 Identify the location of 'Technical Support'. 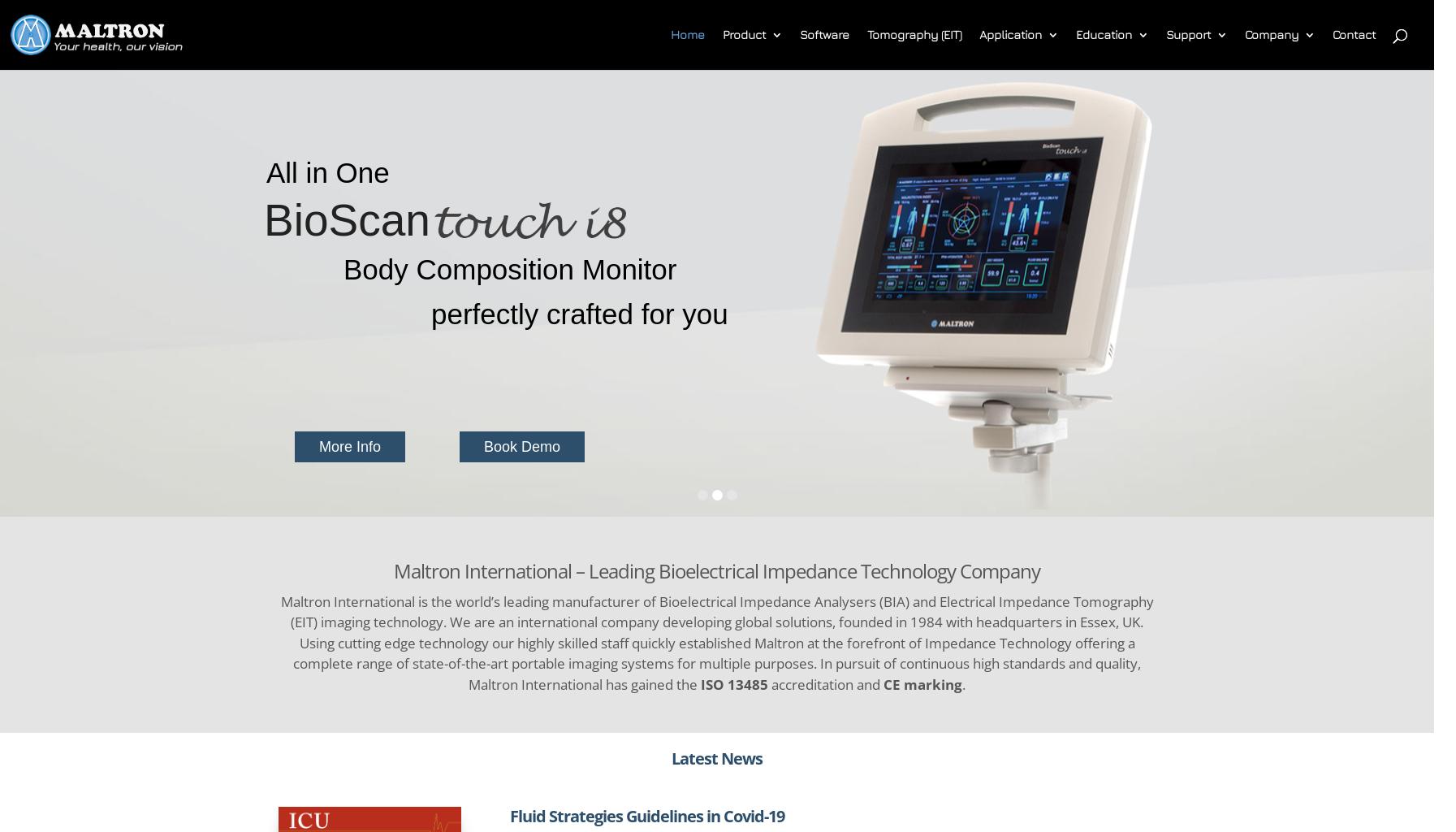
(1249, 101).